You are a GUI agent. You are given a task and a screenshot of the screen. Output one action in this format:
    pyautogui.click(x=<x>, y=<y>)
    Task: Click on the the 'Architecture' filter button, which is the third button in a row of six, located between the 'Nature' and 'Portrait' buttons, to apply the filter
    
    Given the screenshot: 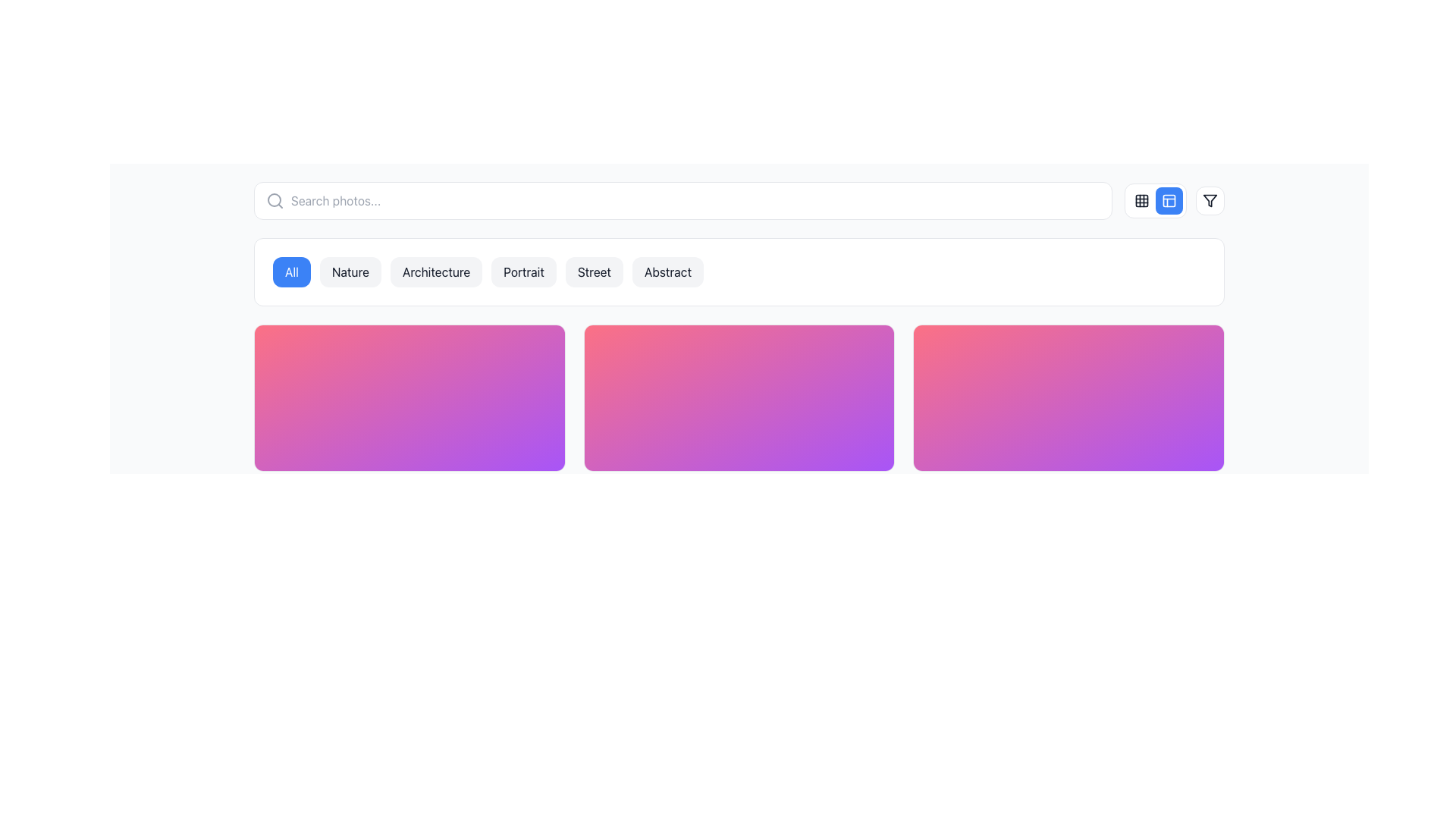 What is the action you would take?
    pyautogui.click(x=435, y=271)
    